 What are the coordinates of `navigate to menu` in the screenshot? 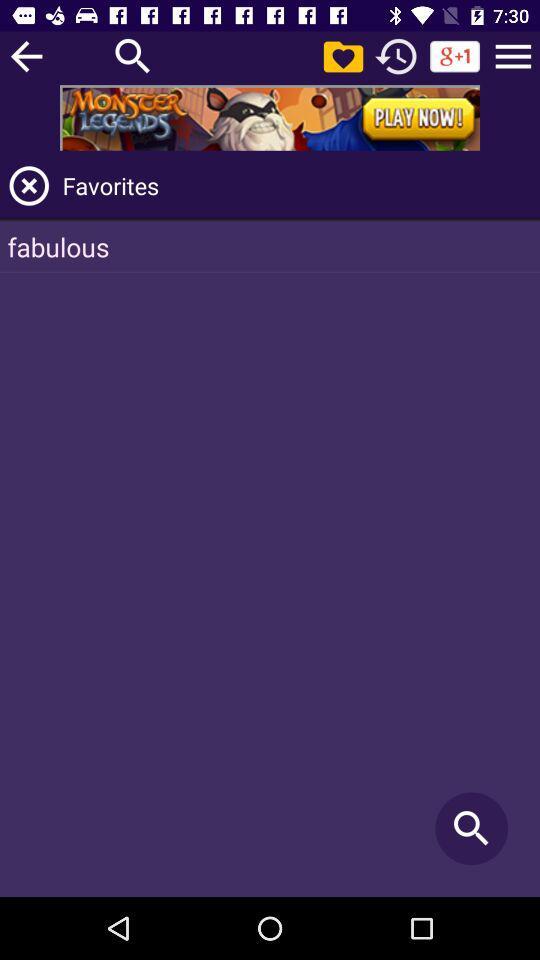 It's located at (513, 55).